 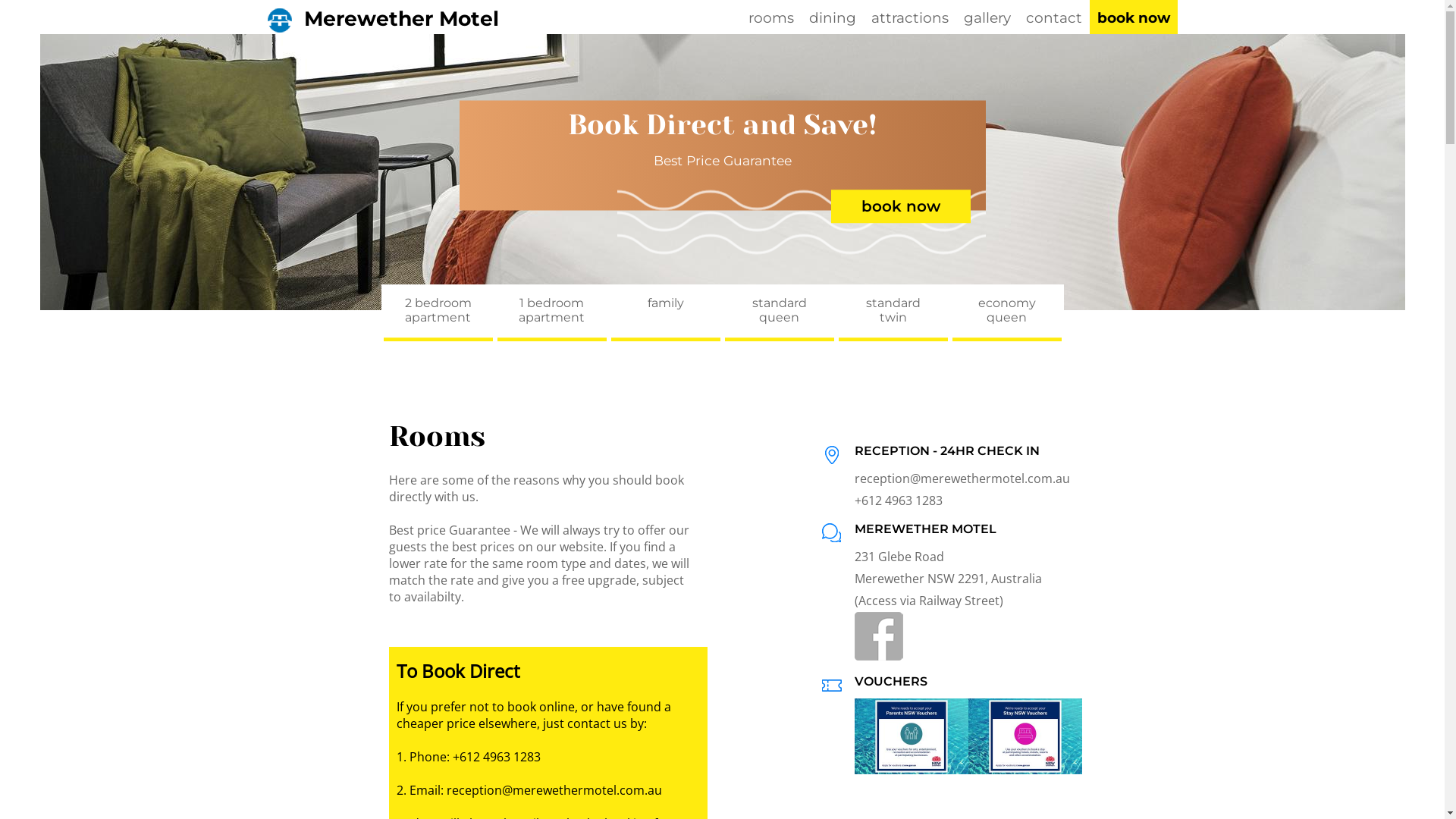 I want to click on 'book now', so click(x=901, y=206).